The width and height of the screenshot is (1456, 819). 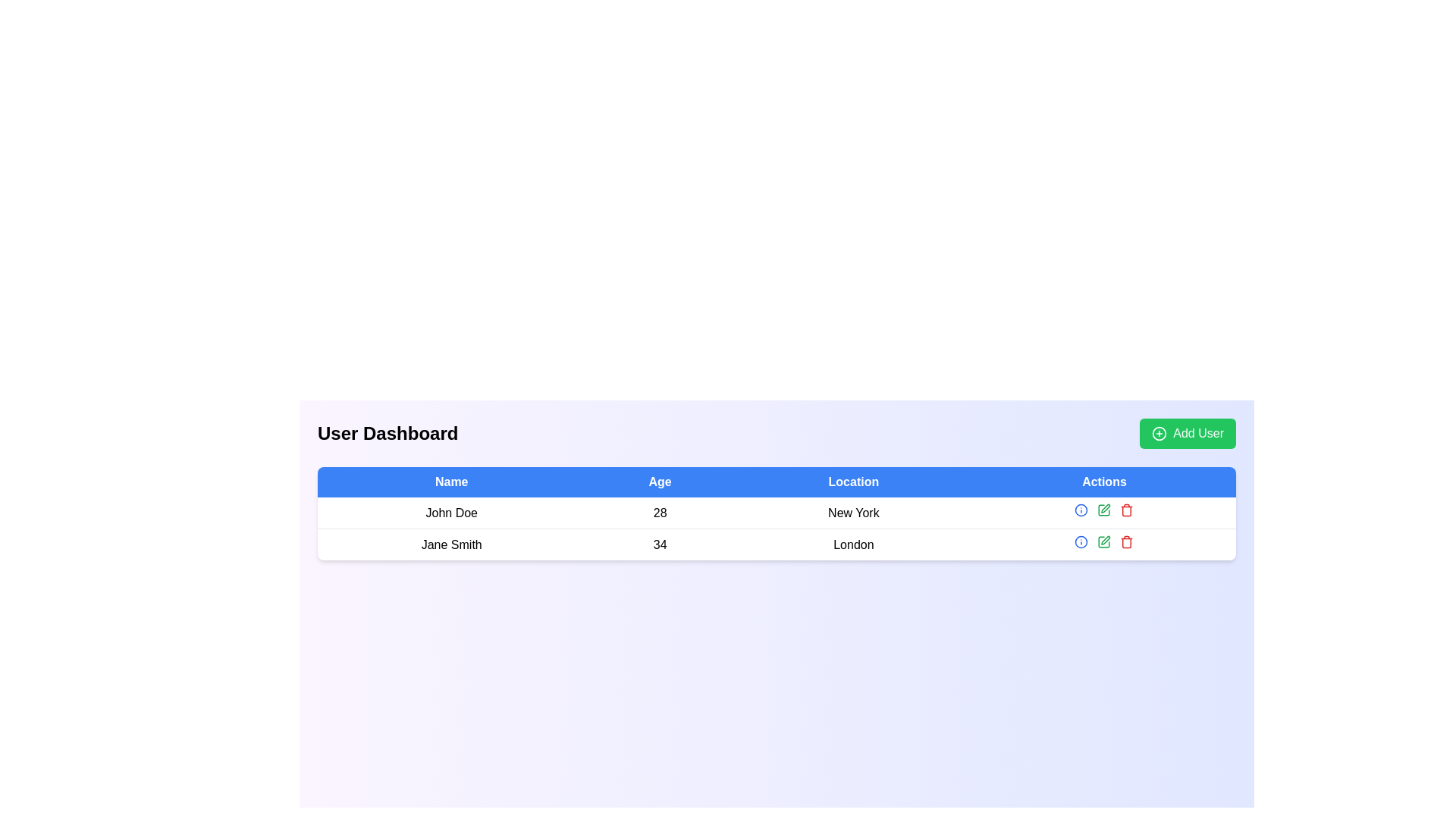 I want to click on the 'Add User' button, which is a green rectangular button with white text and a plus sign icon, located at the top-right corner of the section adjacent to 'User Dashboard', so click(x=1187, y=433).